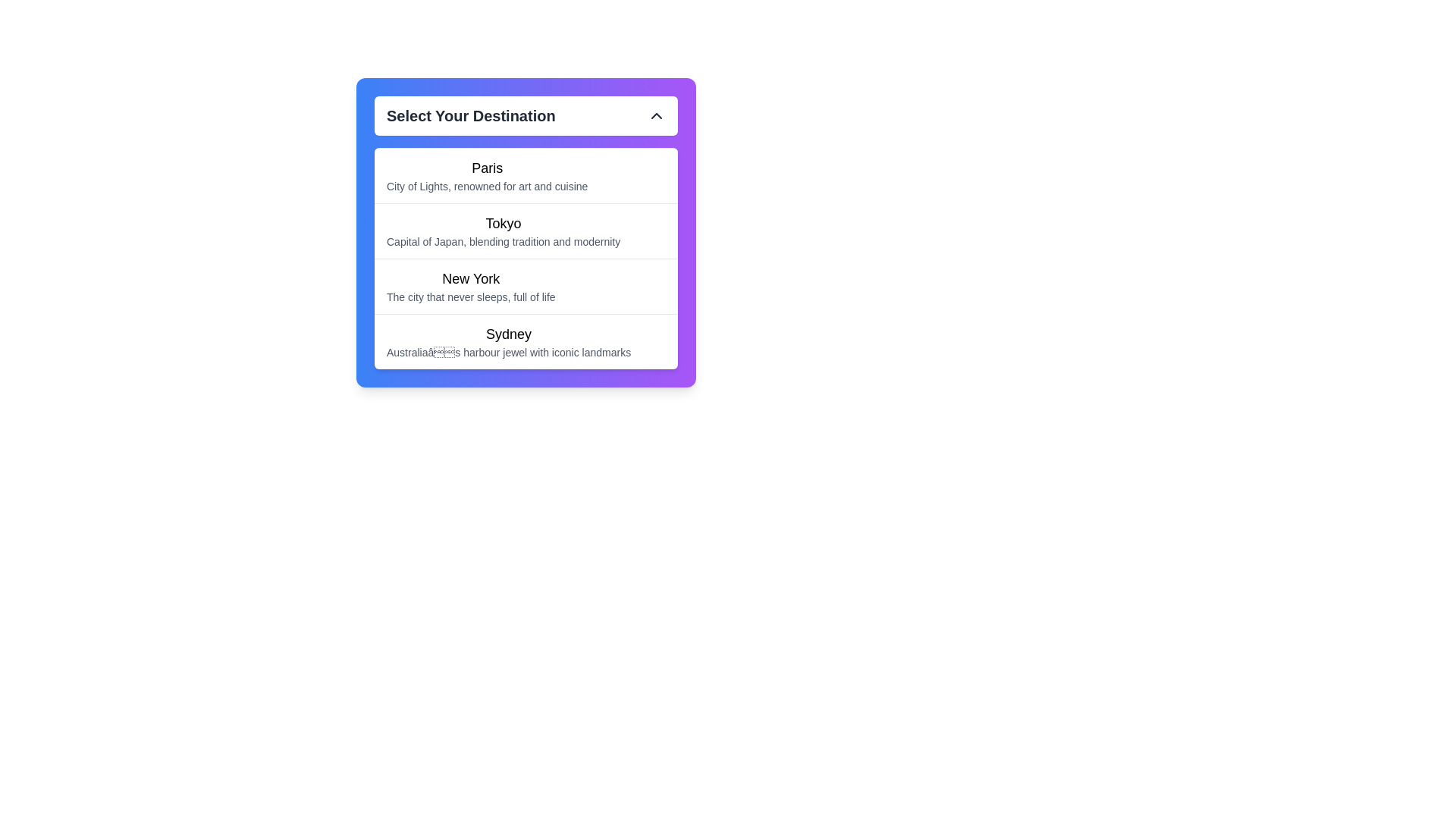 The height and width of the screenshot is (819, 1456). What do you see at coordinates (526, 233) in the screenshot?
I see `the Dropdown menu with additional contextual information, which features vertically listed destination options and highlights hovered items` at bounding box center [526, 233].